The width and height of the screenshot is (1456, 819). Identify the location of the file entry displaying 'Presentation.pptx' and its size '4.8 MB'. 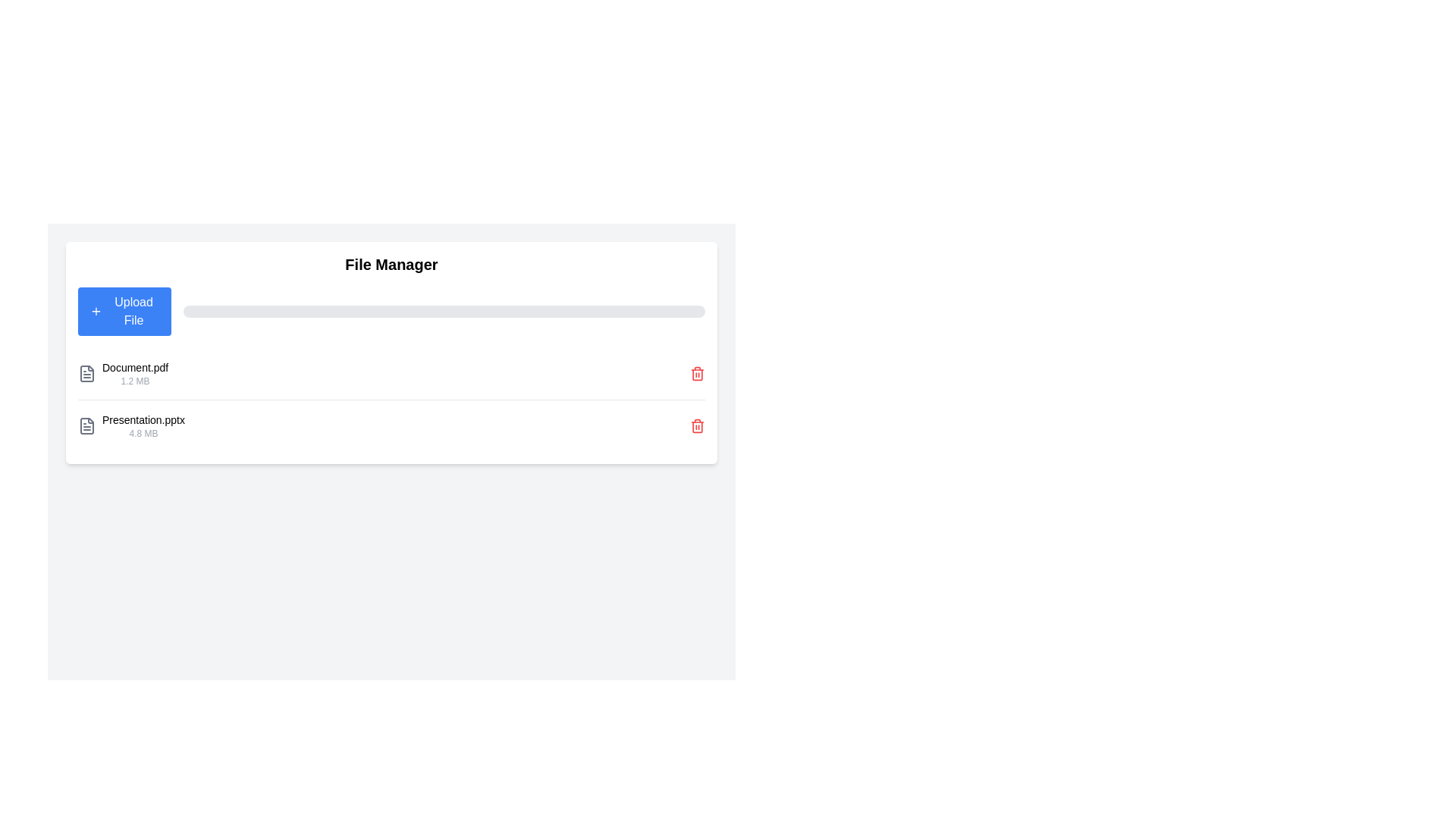
(391, 425).